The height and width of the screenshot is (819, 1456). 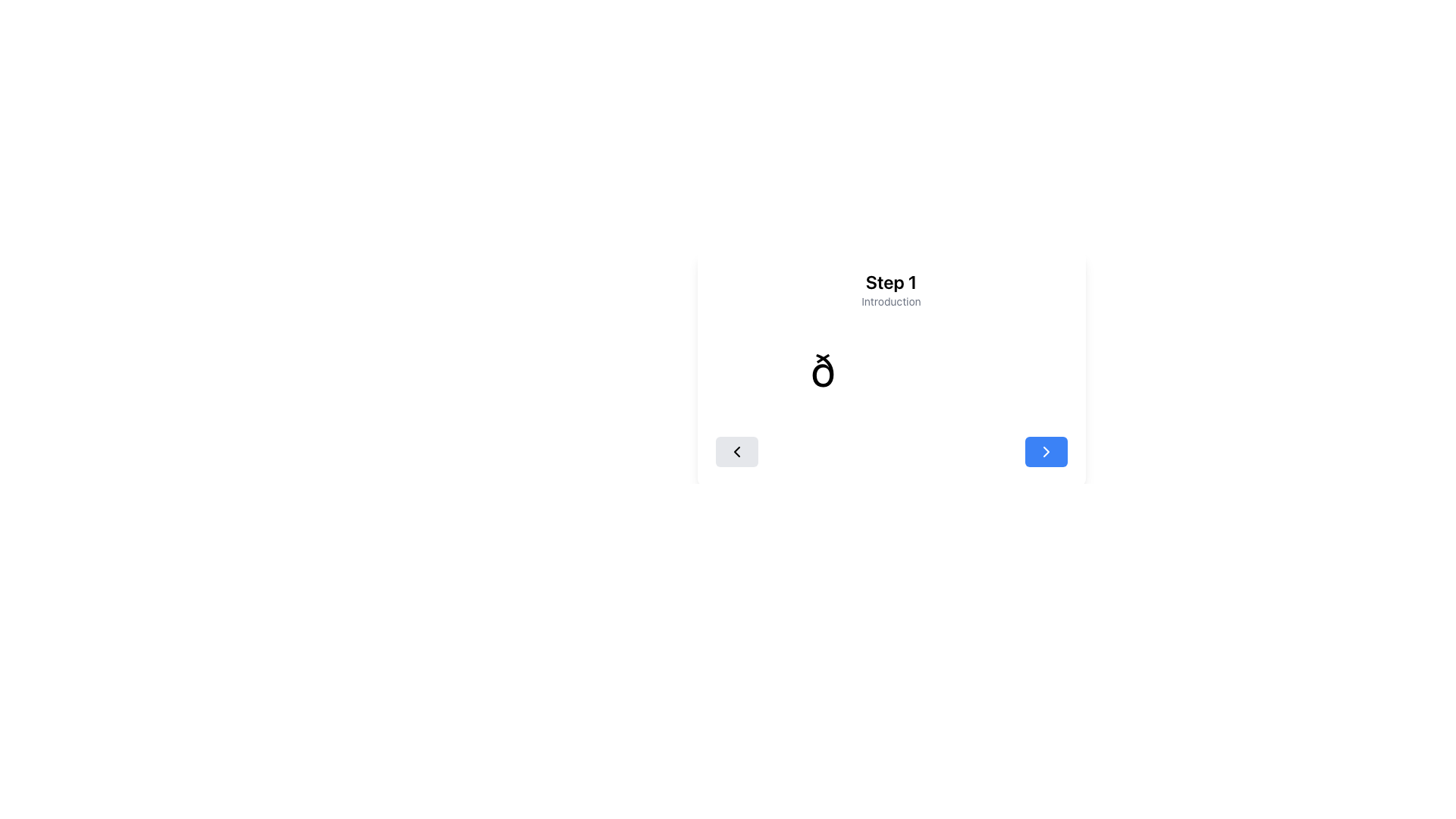 What do you see at coordinates (1045, 451) in the screenshot?
I see `the chevron arrow icon located within the blue rectangular button at the bottom right corner of the interface` at bounding box center [1045, 451].